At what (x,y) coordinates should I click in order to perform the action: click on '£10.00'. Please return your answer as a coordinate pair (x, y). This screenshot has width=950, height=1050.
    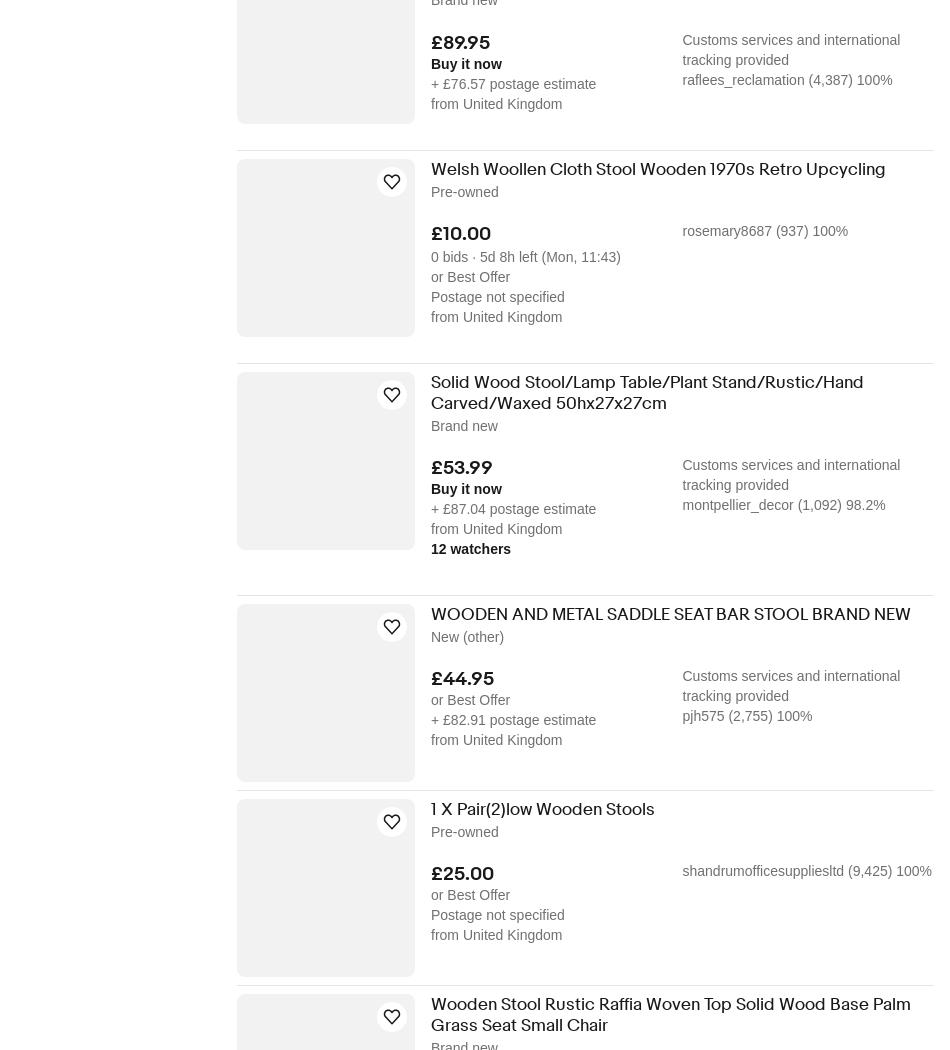
    Looking at the image, I should click on (460, 232).